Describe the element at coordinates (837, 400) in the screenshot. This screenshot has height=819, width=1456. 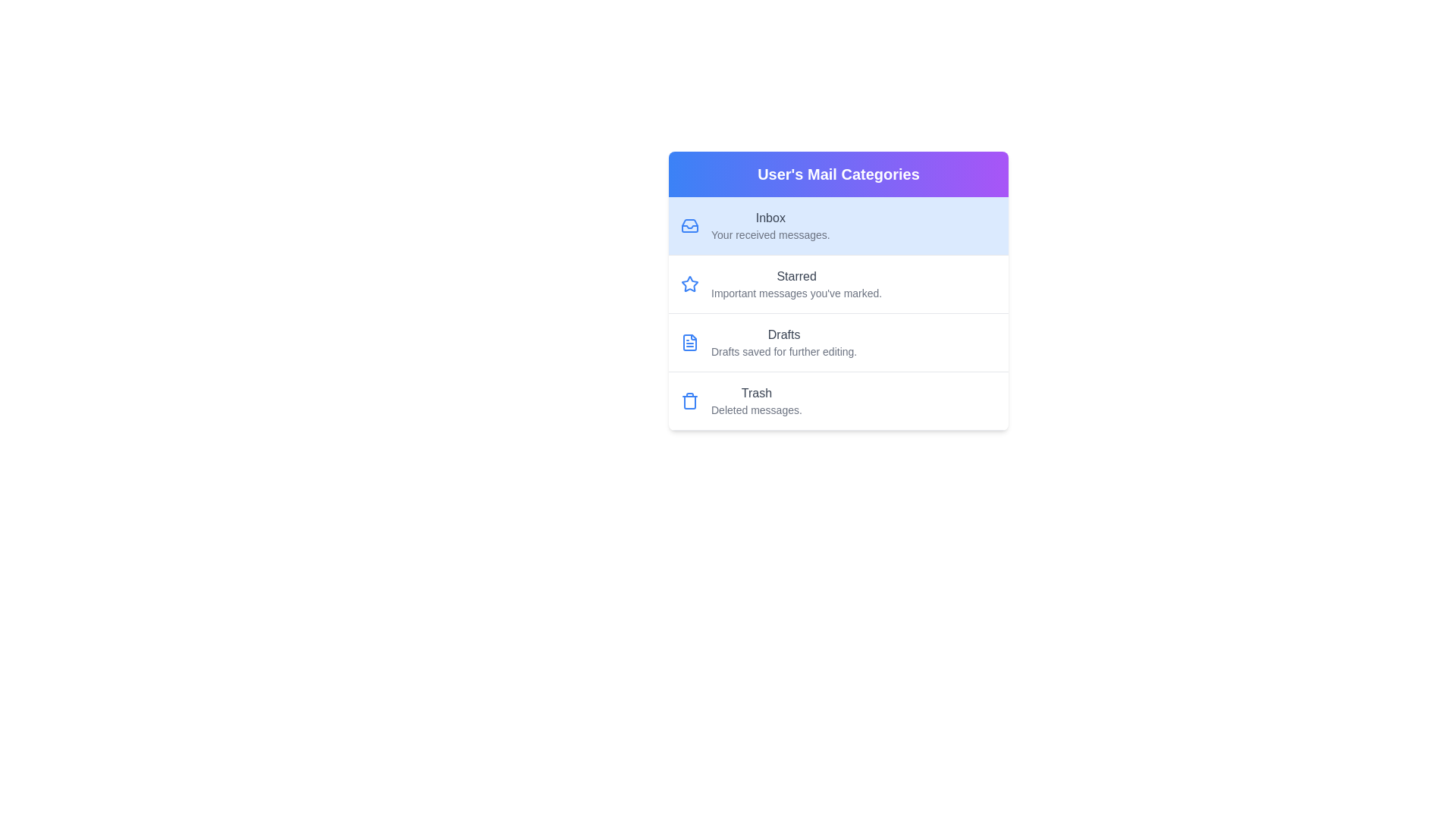
I see `the mail category item corresponding to Trash` at that location.